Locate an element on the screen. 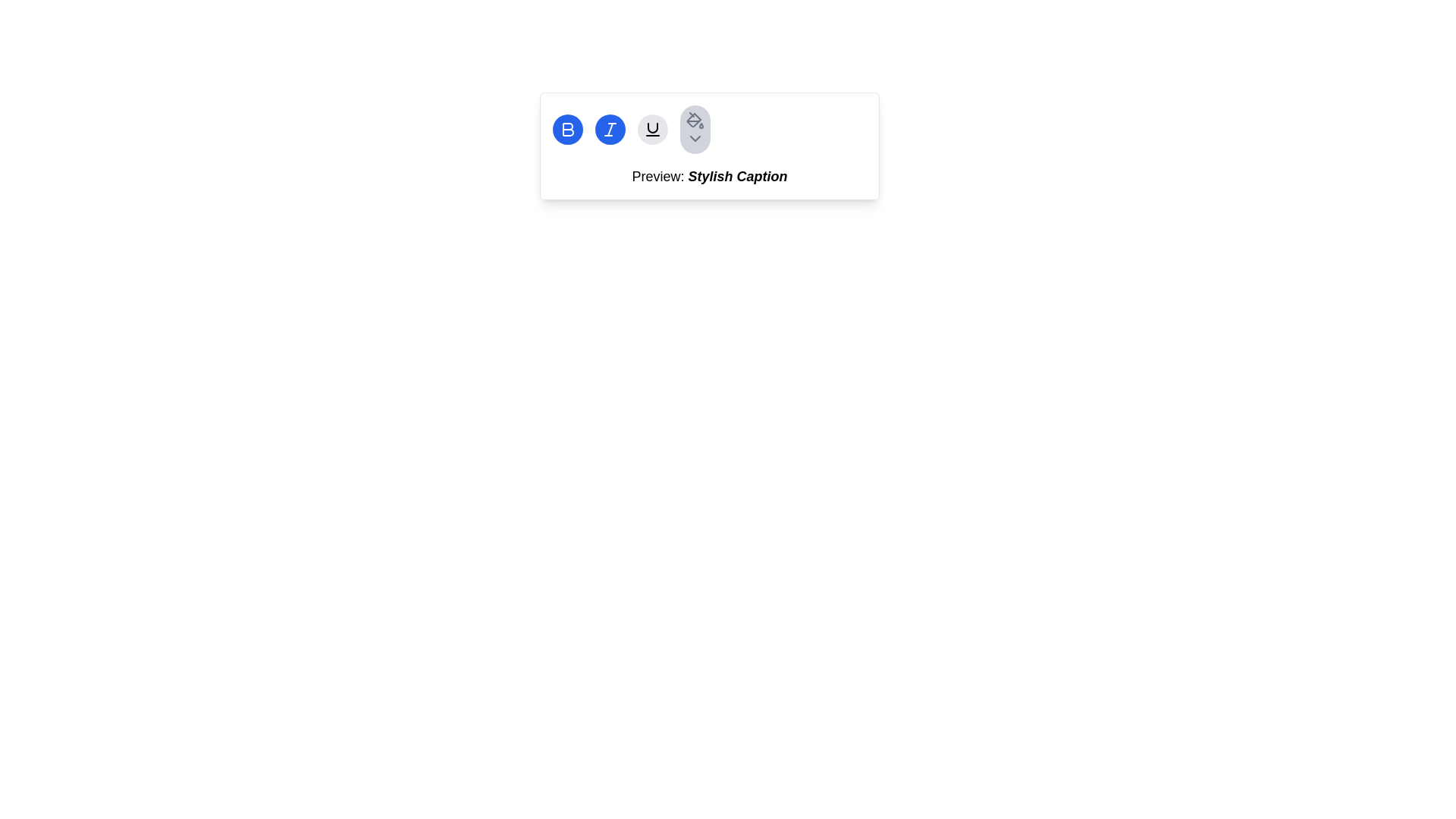  the underline formatting button, which is the third circular button in a row of four, located between the italic button and the wrench dropdown button is located at coordinates (652, 128).